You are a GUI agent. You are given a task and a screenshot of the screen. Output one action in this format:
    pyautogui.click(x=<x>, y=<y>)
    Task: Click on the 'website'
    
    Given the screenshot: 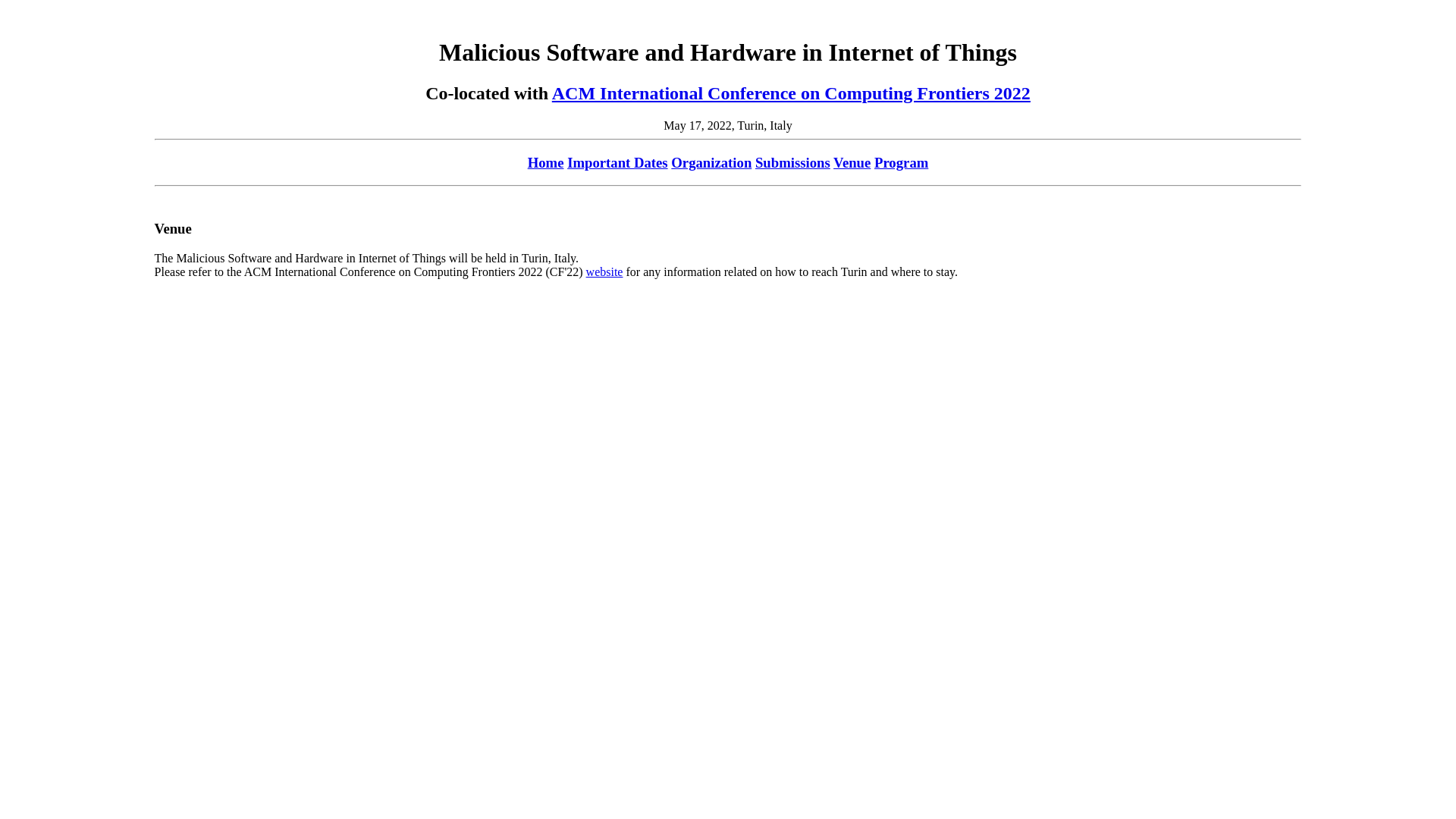 What is the action you would take?
    pyautogui.click(x=604, y=271)
    